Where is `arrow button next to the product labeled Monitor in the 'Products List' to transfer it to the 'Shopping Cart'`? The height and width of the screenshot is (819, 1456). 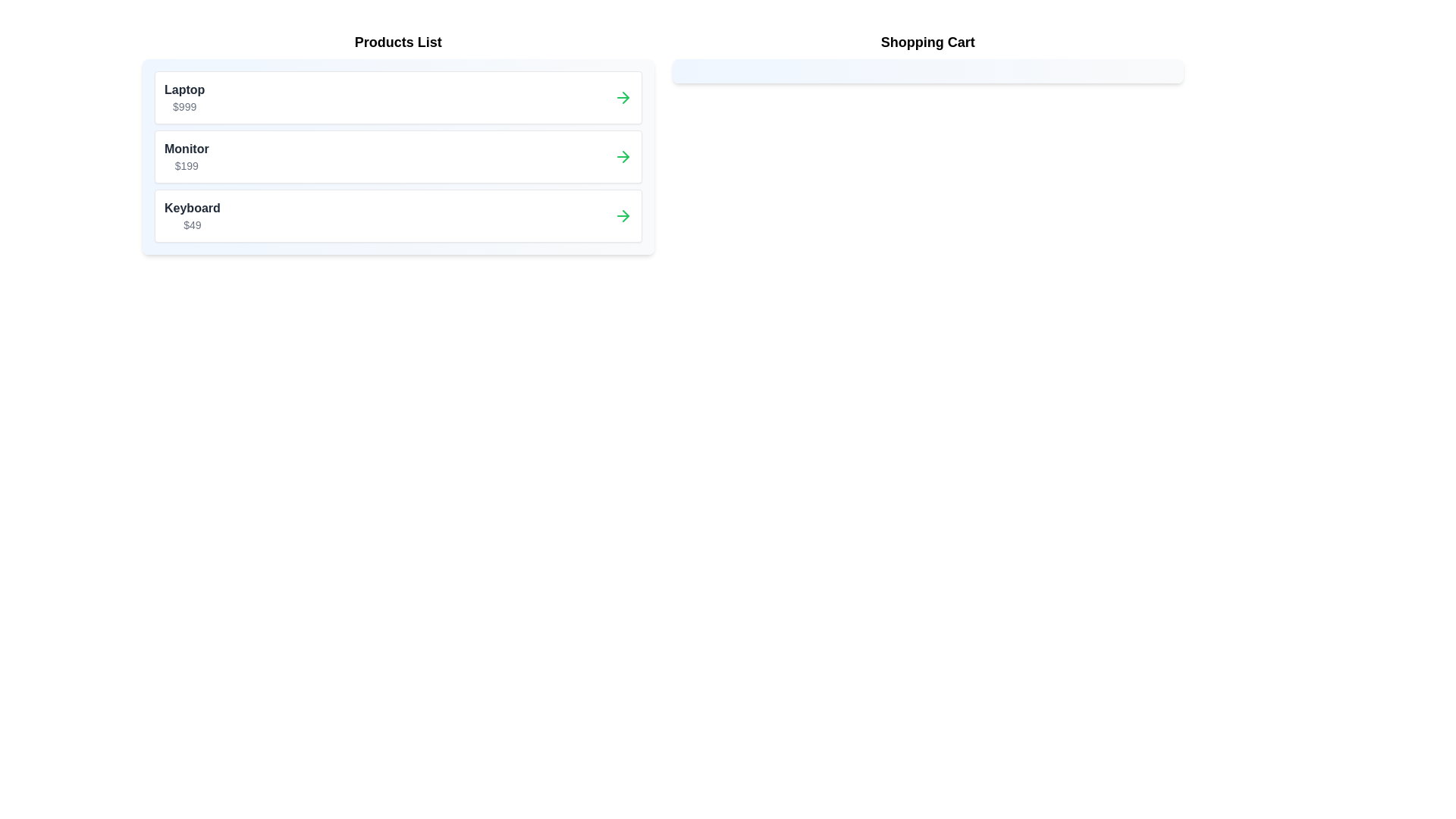 arrow button next to the product labeled Monitor in the 'Products List' to transfer it to the 'Shopping Cart' is located at coordinates (623, 157).